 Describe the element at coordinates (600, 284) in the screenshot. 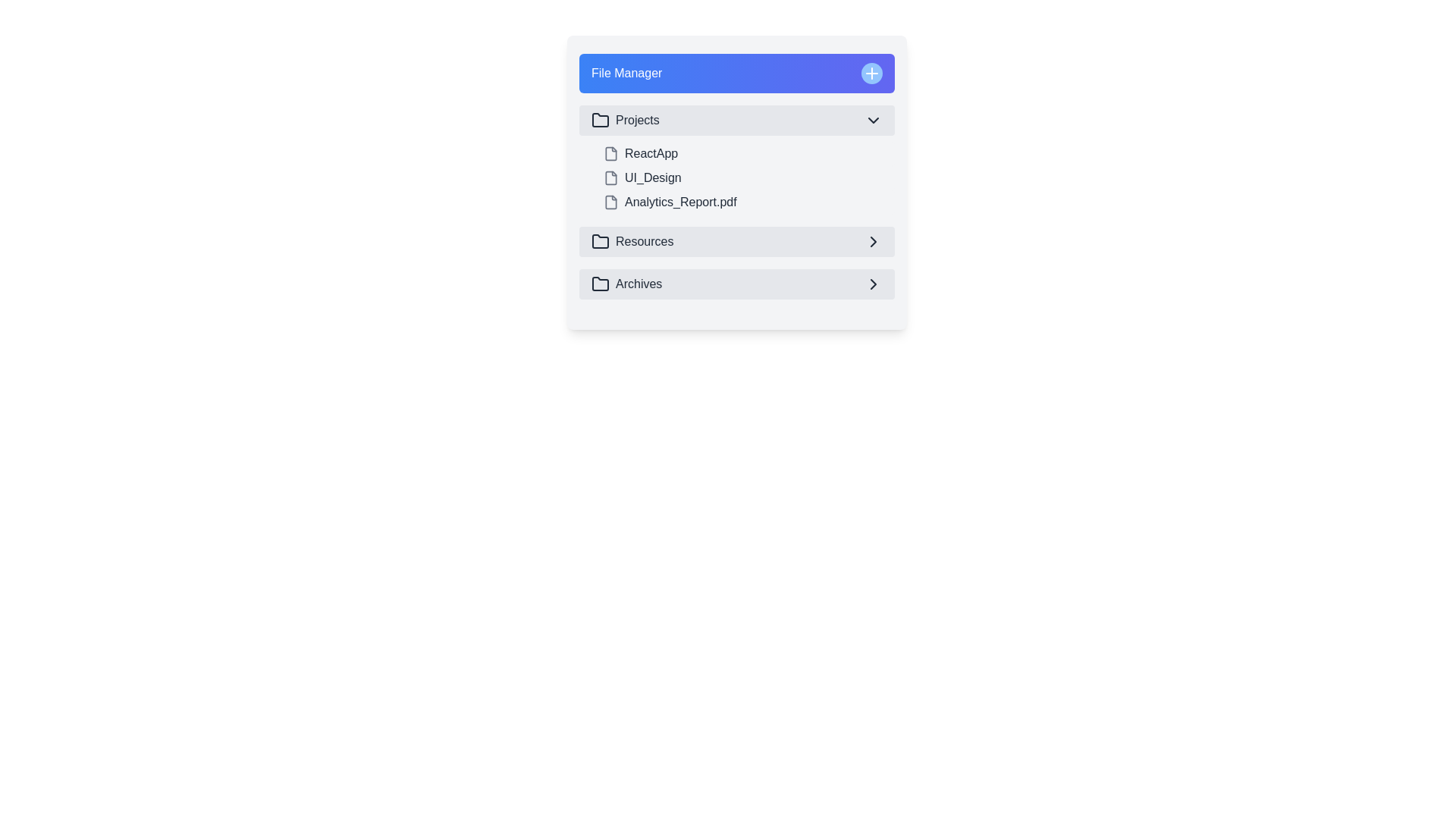

I see `the 'Archives' folder icon located in the bottom section of the file manager interface, positioned to the left of the text label 'Archives'` at that location.